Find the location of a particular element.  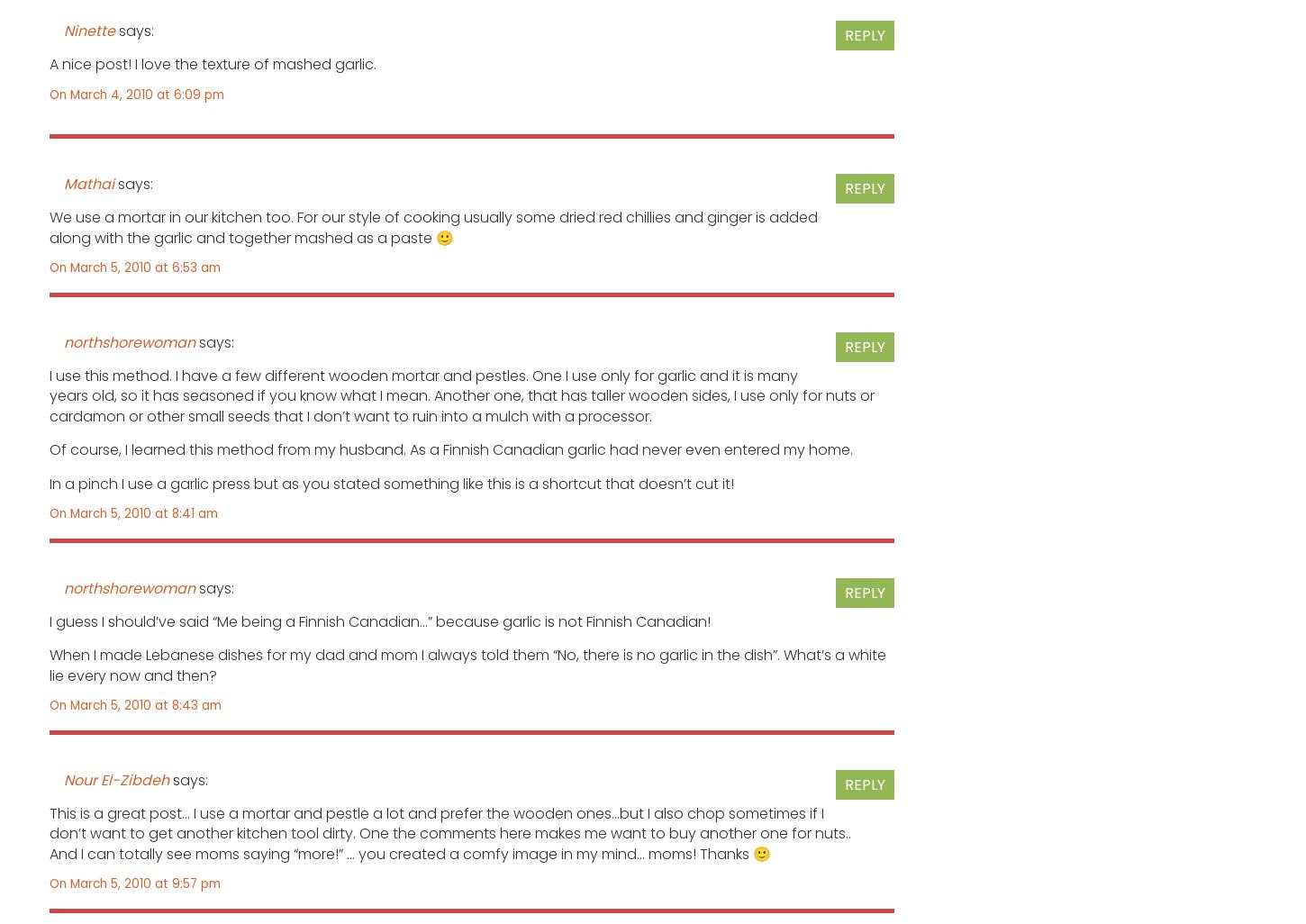

'I guess I should’ve said “Me being a Finnish Canadian…” because garlic is not Finnish Canadian!' is located at coordinates (378, 620).